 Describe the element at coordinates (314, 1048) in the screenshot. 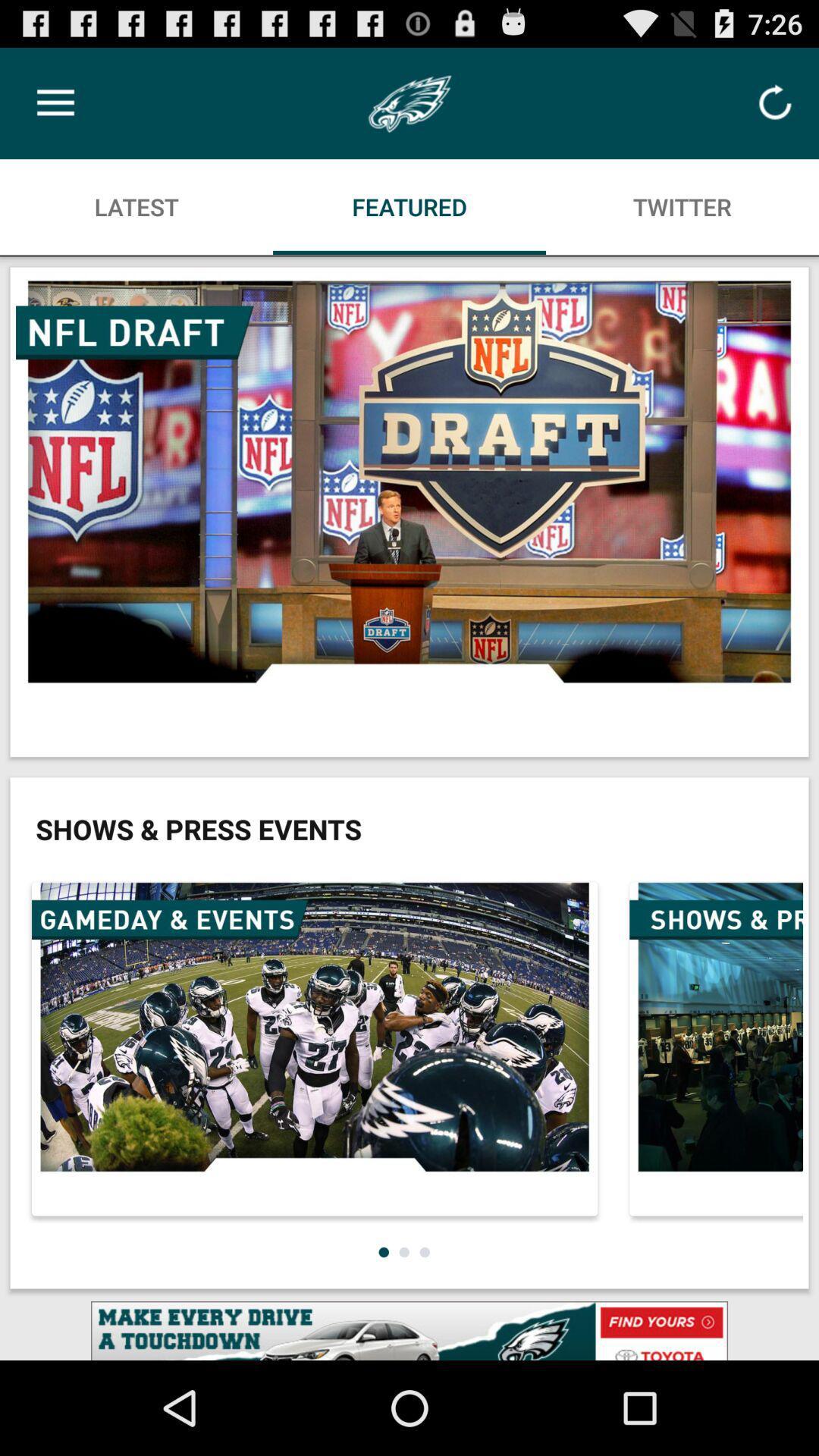

I see `the first image under shows  press events` at that location.